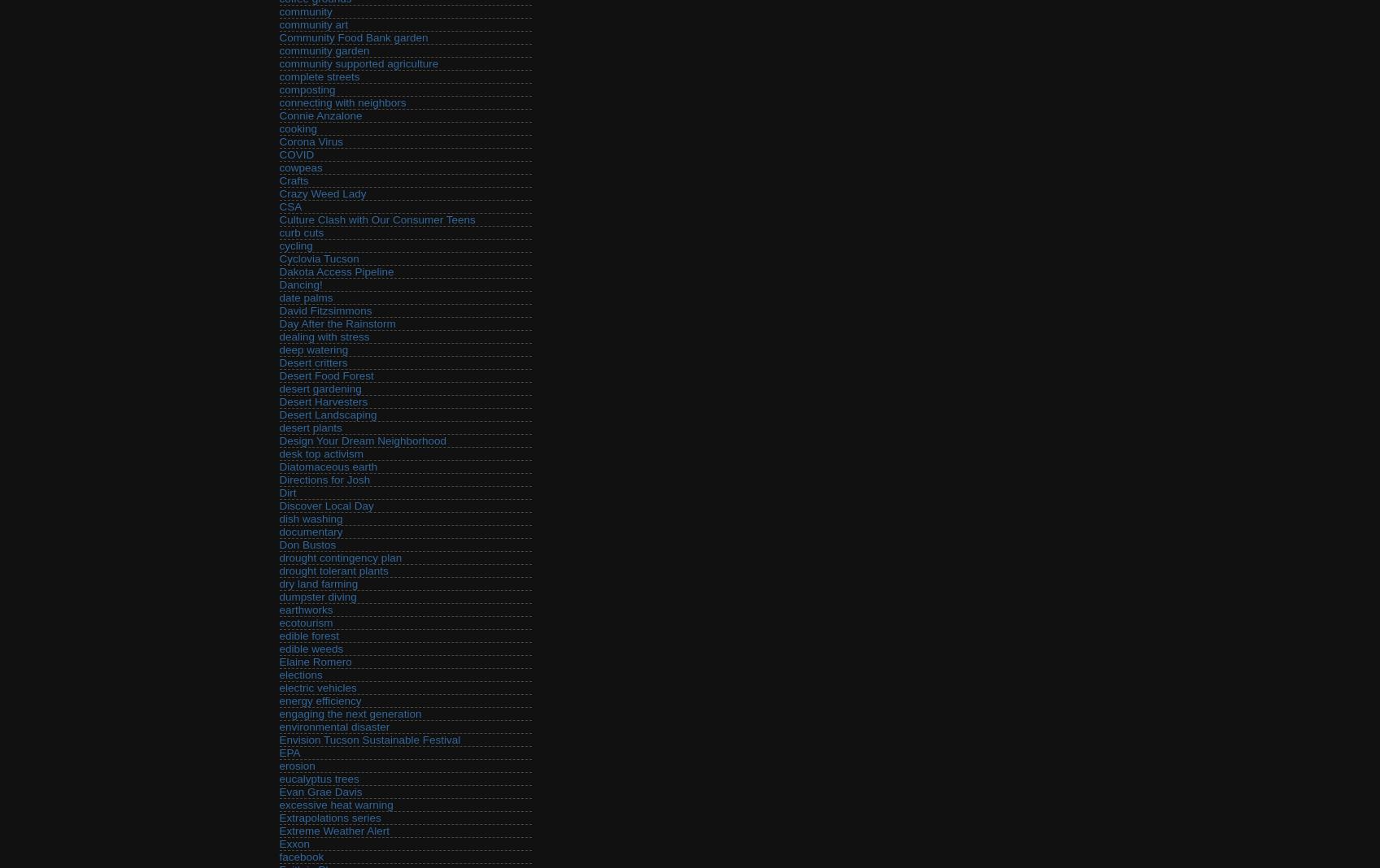 The height and width of the screenshot is (868, 1380). Describe the element at coordinates (301, 857) in the screenshot. I see `'facebook'` at that location.